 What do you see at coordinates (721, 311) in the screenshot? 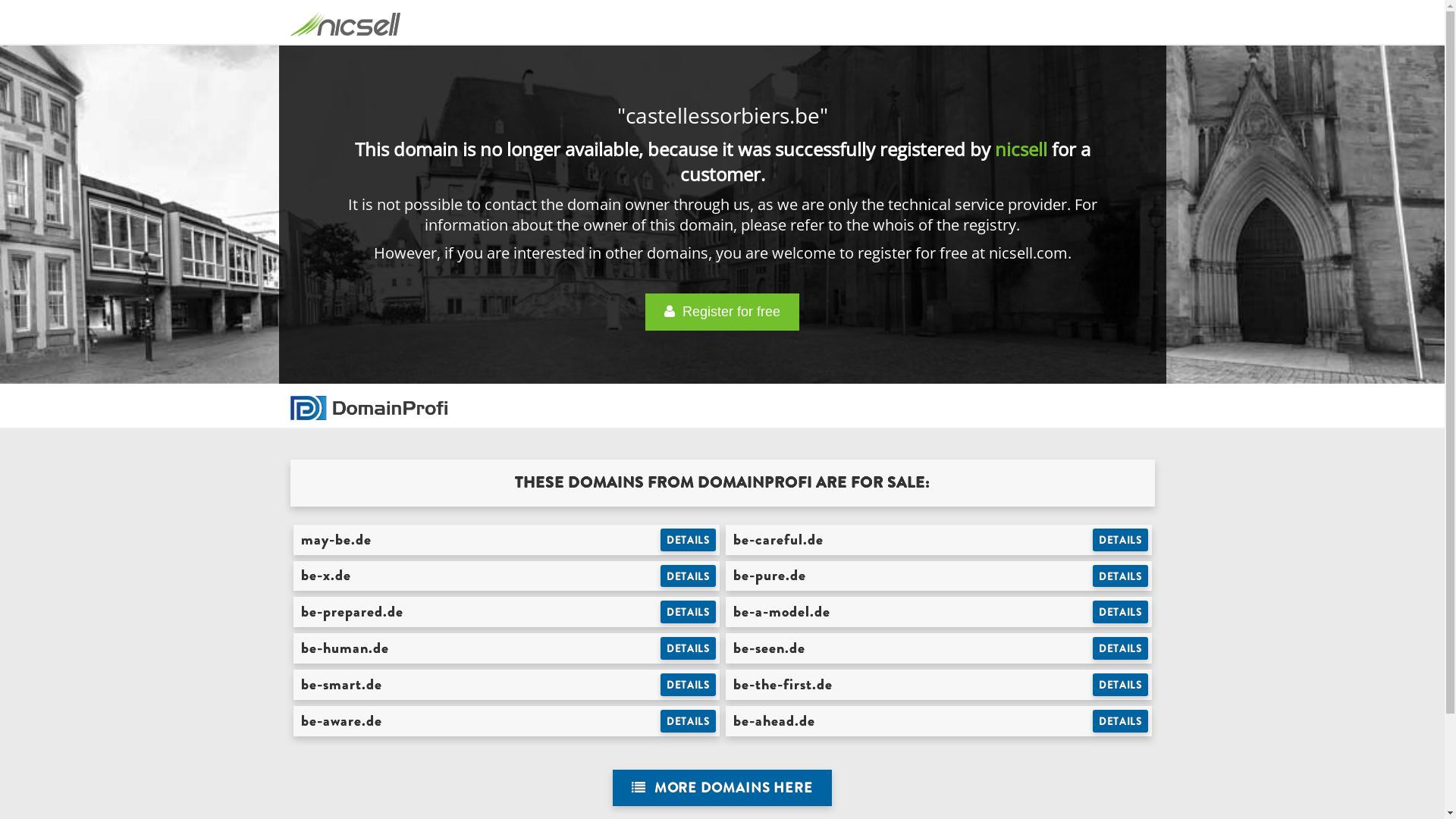
I see `'  Register for free'` at bounding box center [721, 311].